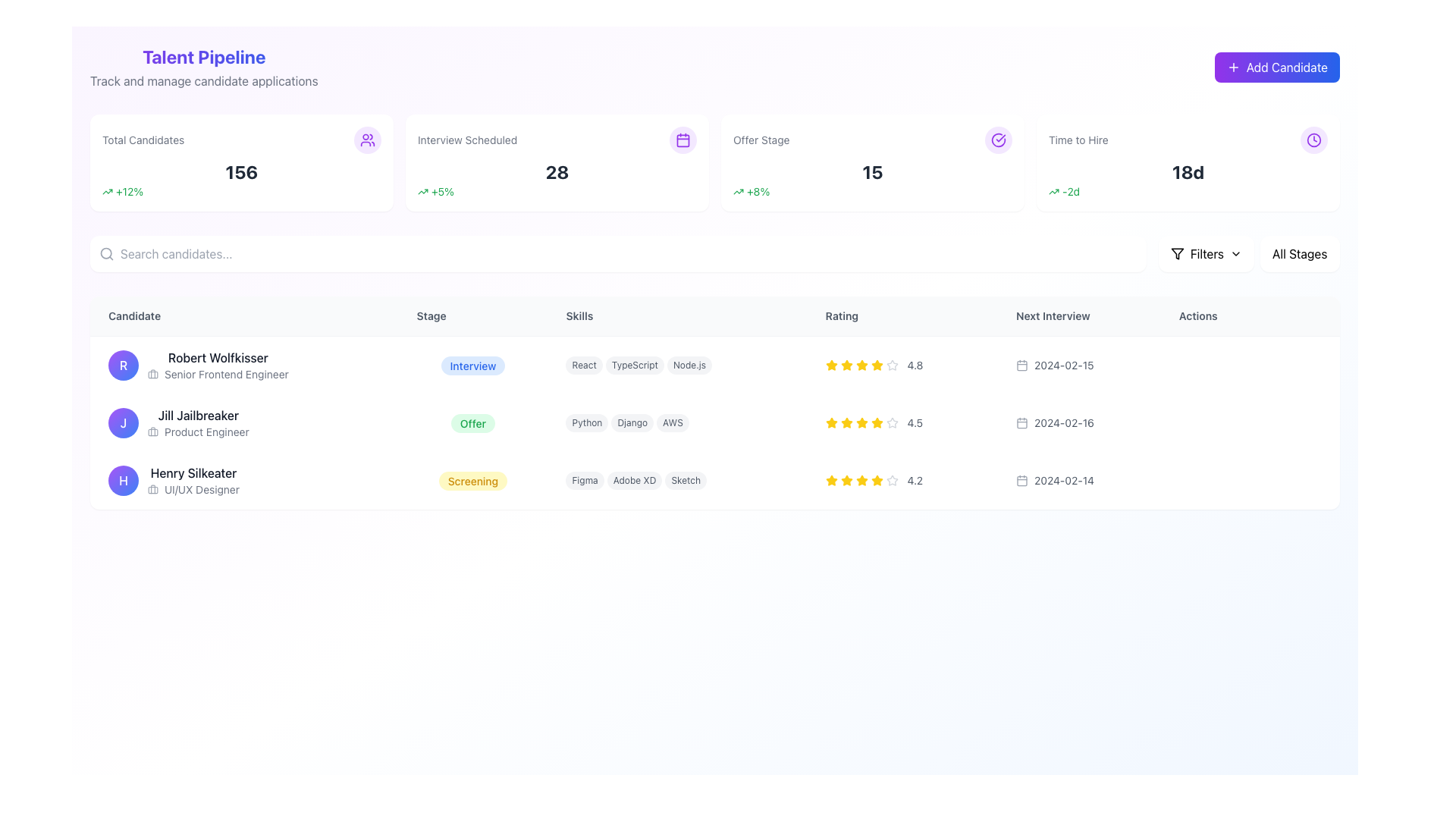 This screenshot has width=1456, height=819. I want to click on static text label displaying the time duration '18 days' under the 'Time to Hire' title in the top-right section of the interface, so click(1187, 171).